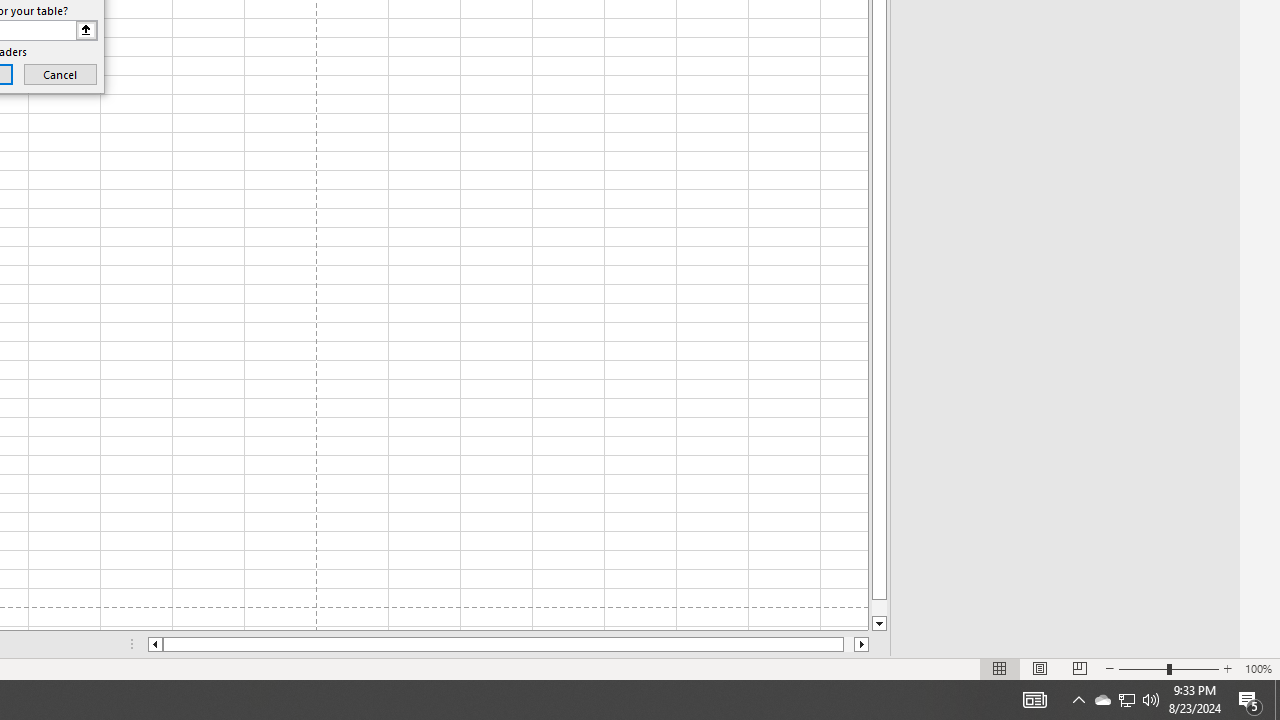  I want to click on 'Line down', so click(879, 623).